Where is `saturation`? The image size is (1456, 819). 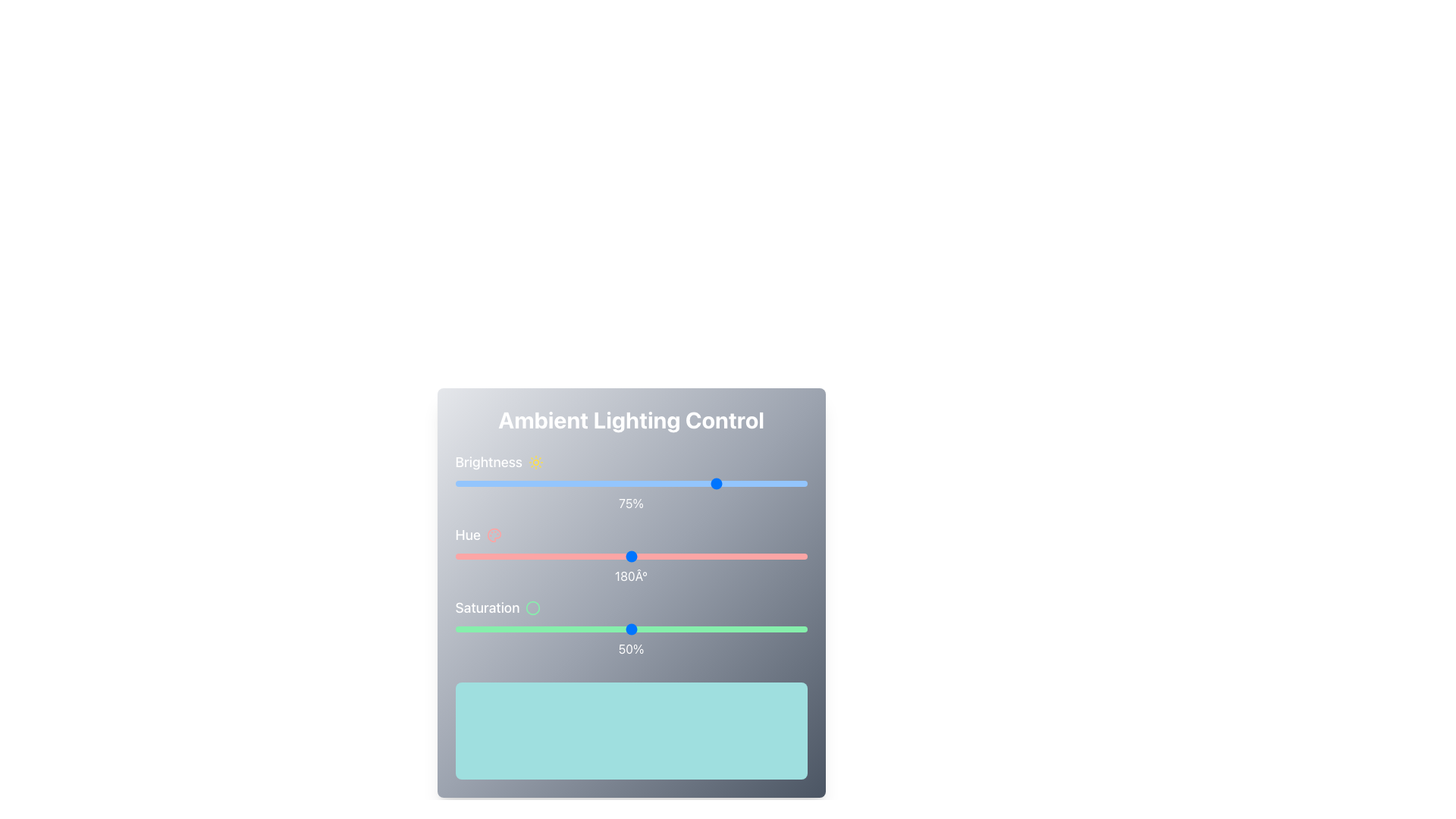 saturation is located at coordinates (655, 629).